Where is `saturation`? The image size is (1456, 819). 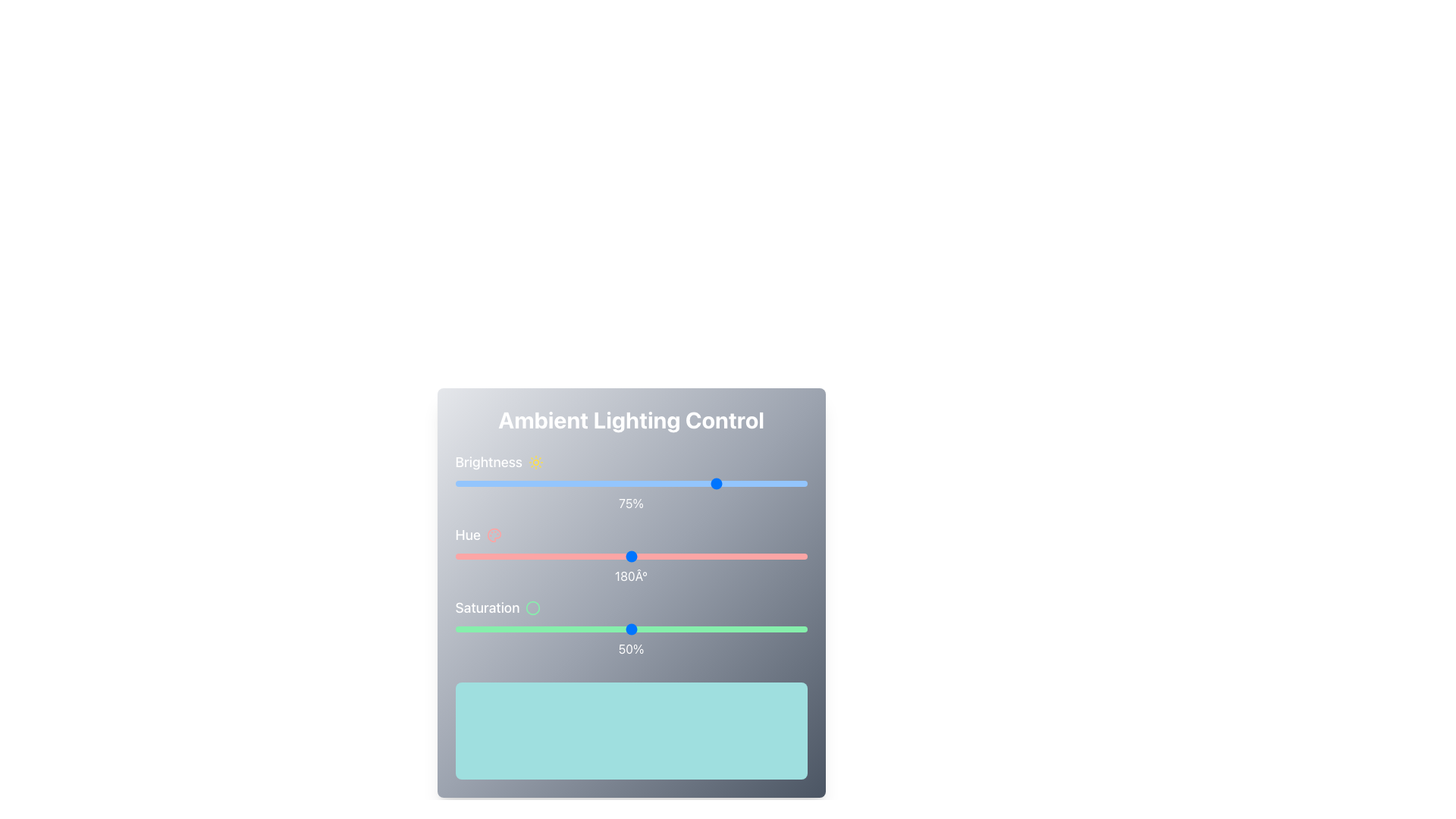 saturation is located at coordinates (655, 629).